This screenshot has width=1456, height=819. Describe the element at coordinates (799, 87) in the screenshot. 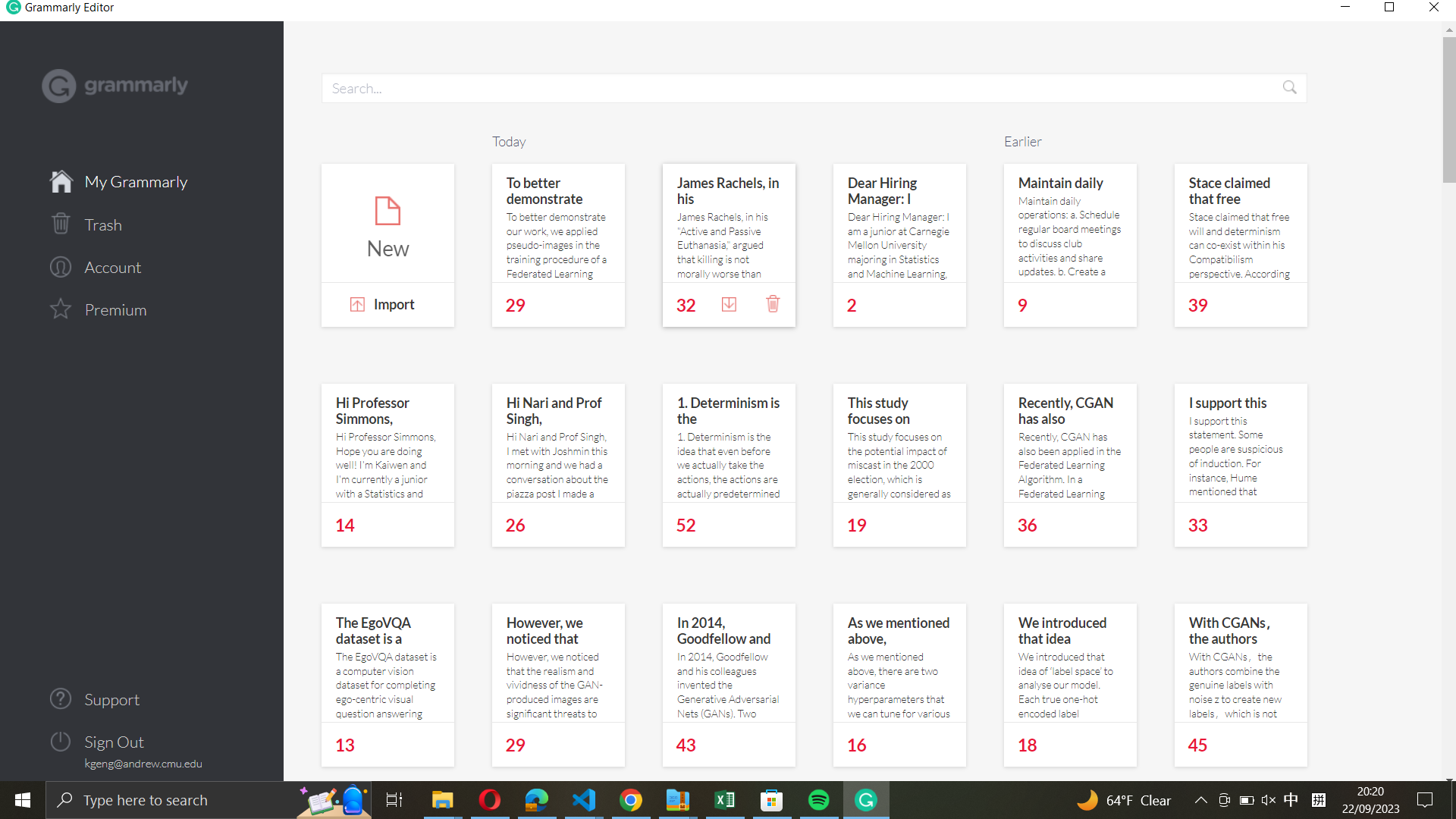

I see `Locate files named "Hi Nari and Prof Singh` at that location.